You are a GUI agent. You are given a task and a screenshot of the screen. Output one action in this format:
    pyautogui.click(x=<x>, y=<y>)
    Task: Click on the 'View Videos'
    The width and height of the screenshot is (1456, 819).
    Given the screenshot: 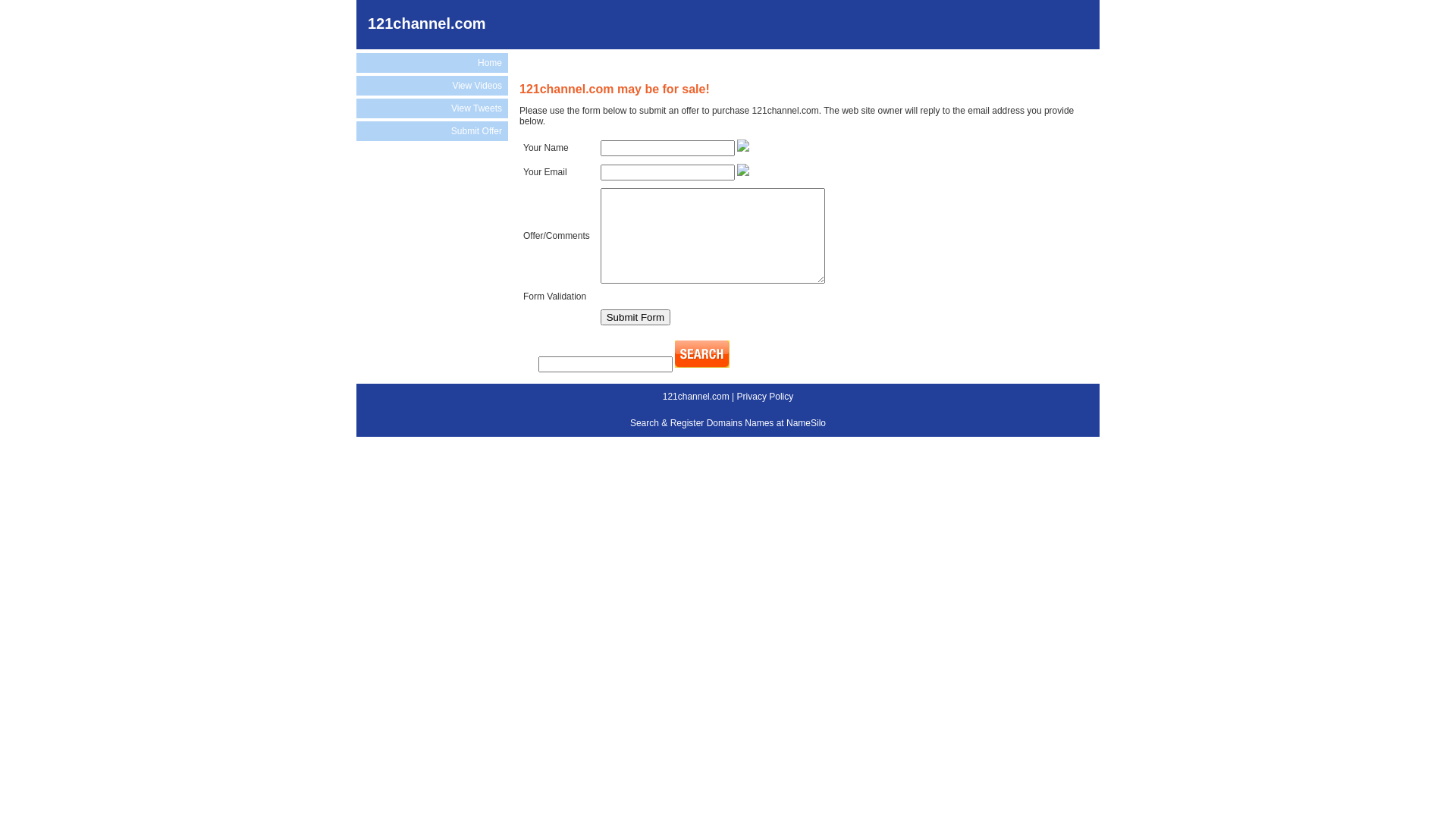 What is the action you would take?
    pyautogui.click(x=431, y=85)
    